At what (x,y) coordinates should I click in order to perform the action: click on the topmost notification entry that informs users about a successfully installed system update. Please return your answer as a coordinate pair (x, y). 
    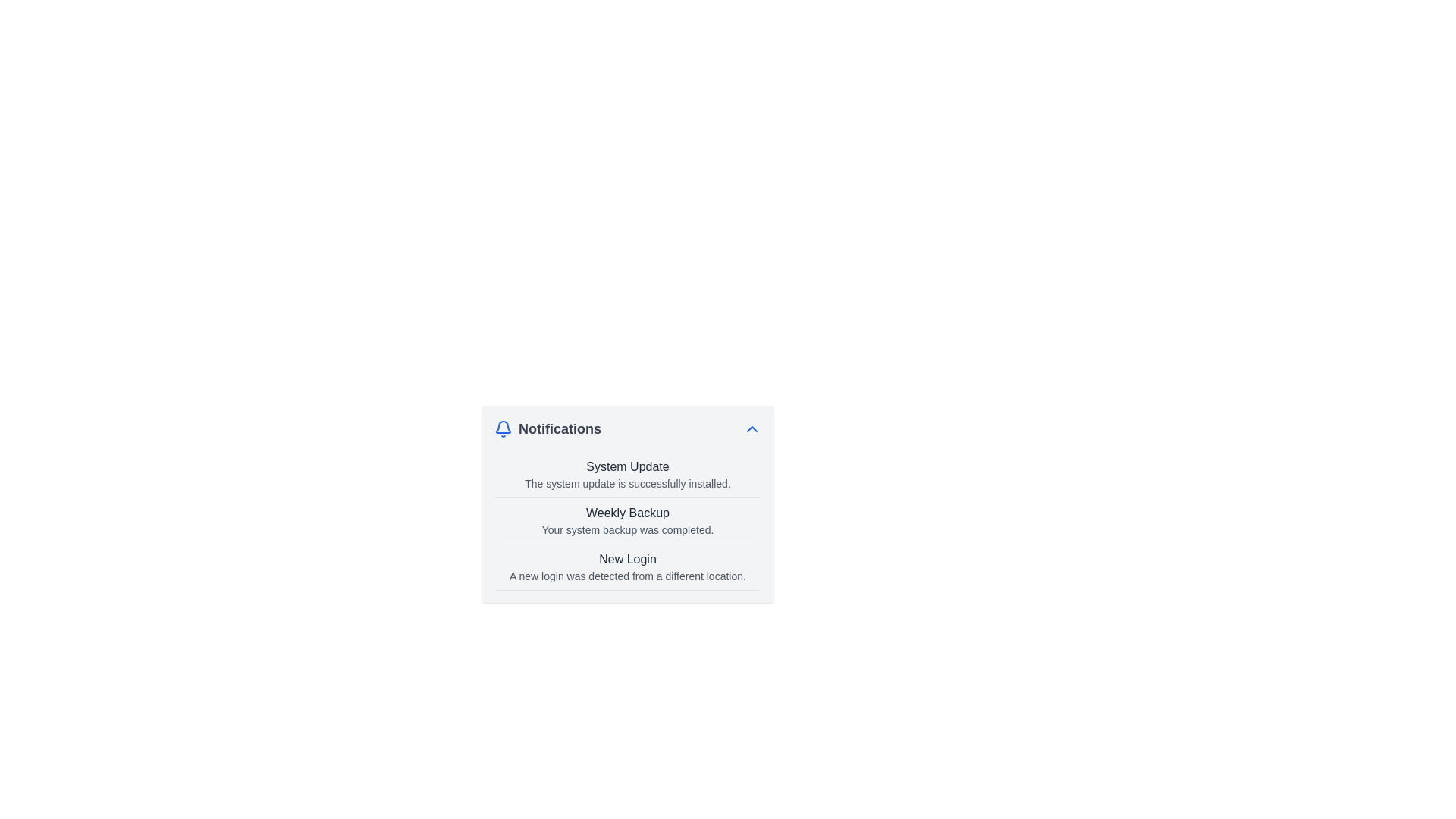
    Looking at the image, I should click on (628, 474).